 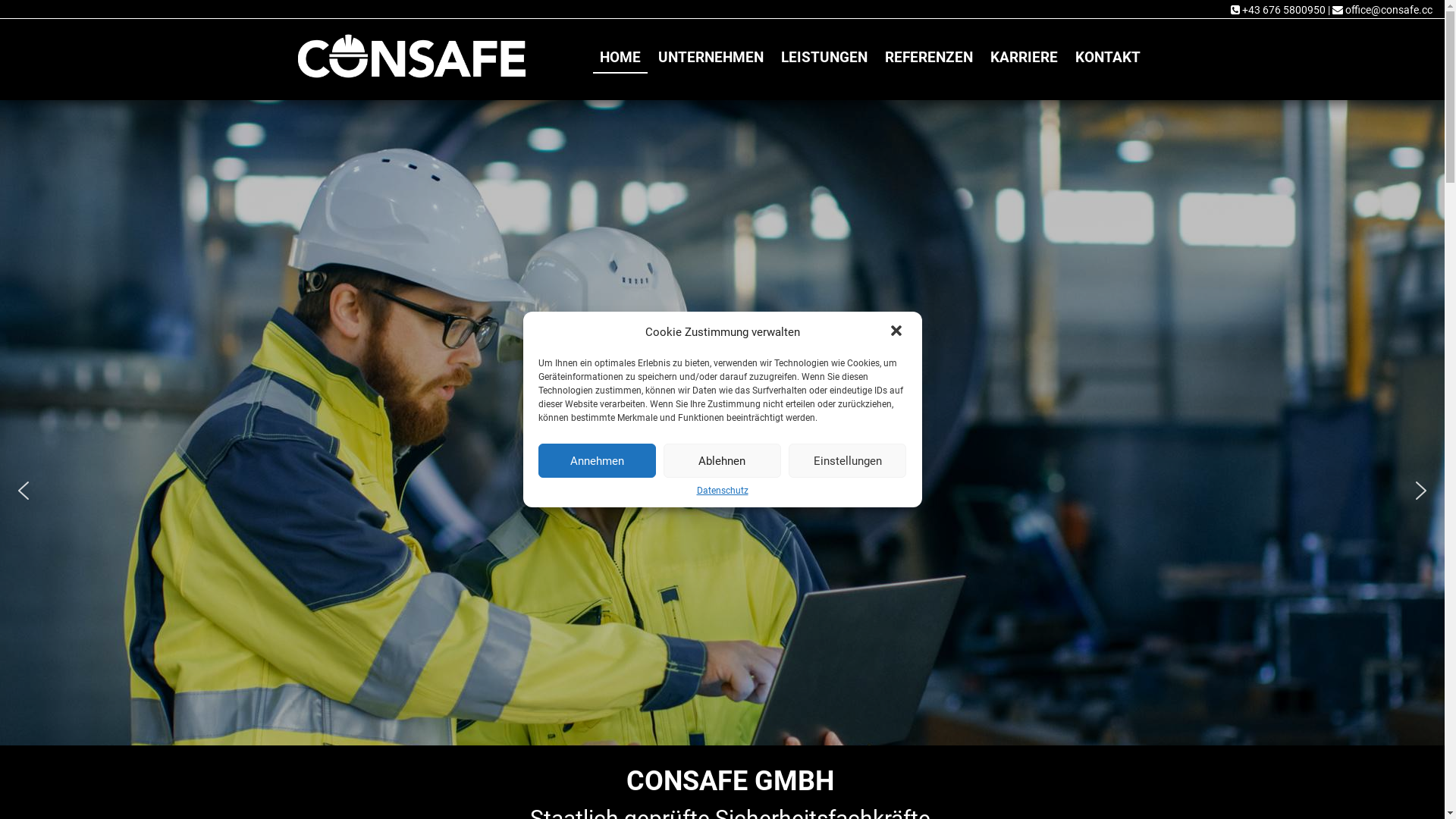 I want to click on 'Annehmen', so click(x=596, y=460).